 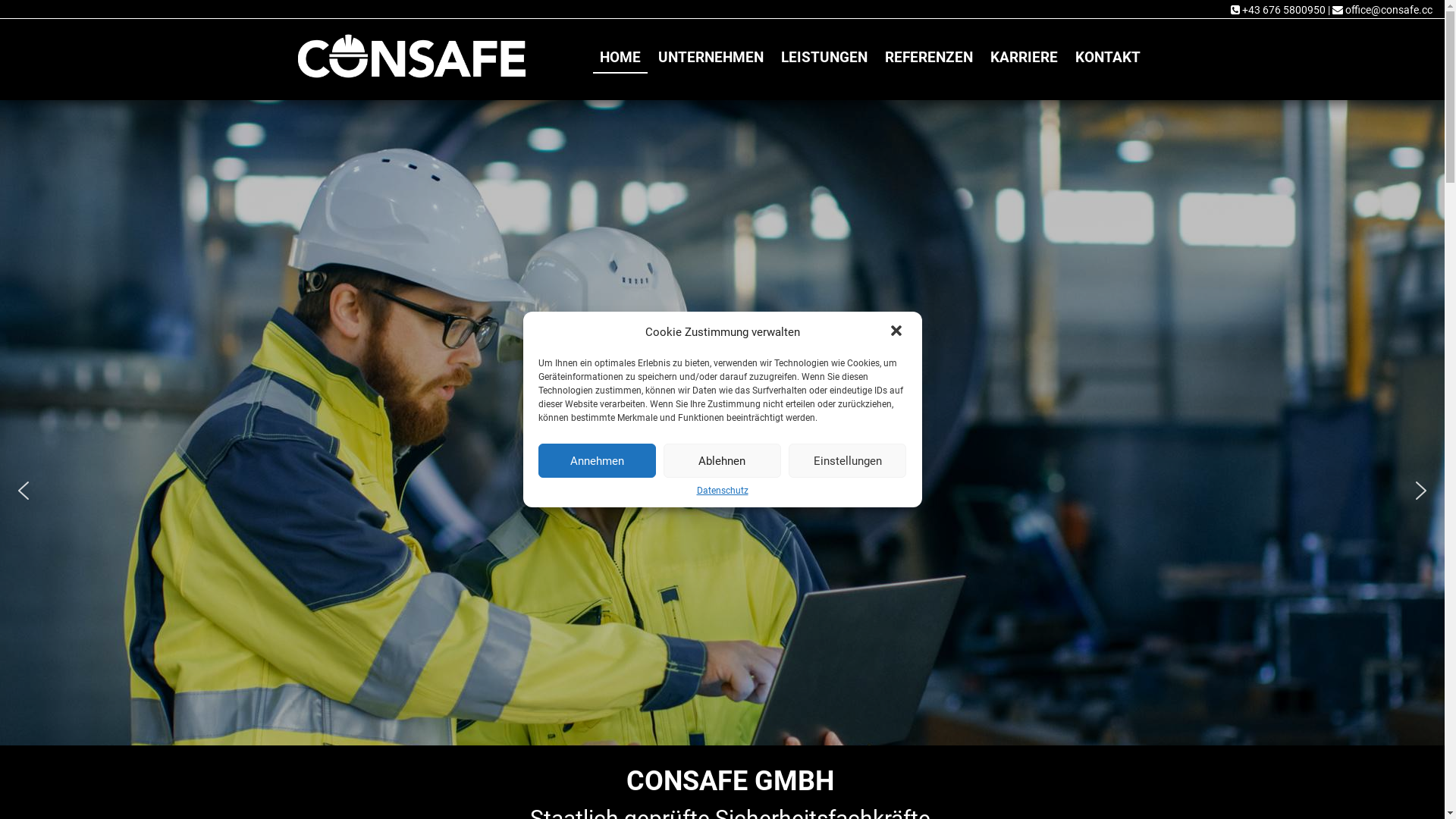 I want to click on 'Annehmen', so click(x=596, y=460).